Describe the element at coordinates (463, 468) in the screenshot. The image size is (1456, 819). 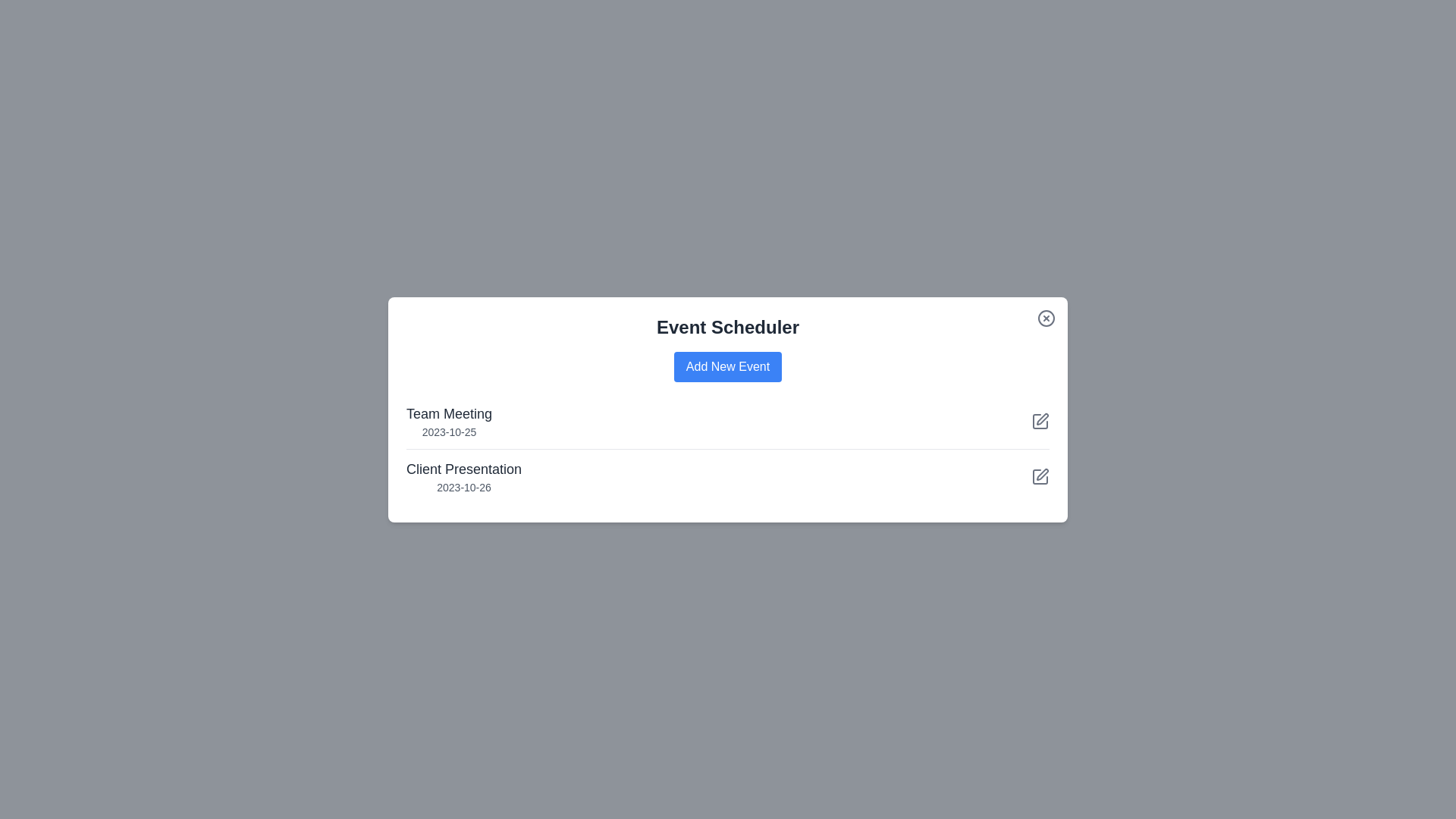
I see `the Static Text Label that indicates the title of the event in the scheduling application, positioned above the date '2023-10-26'` at that location.